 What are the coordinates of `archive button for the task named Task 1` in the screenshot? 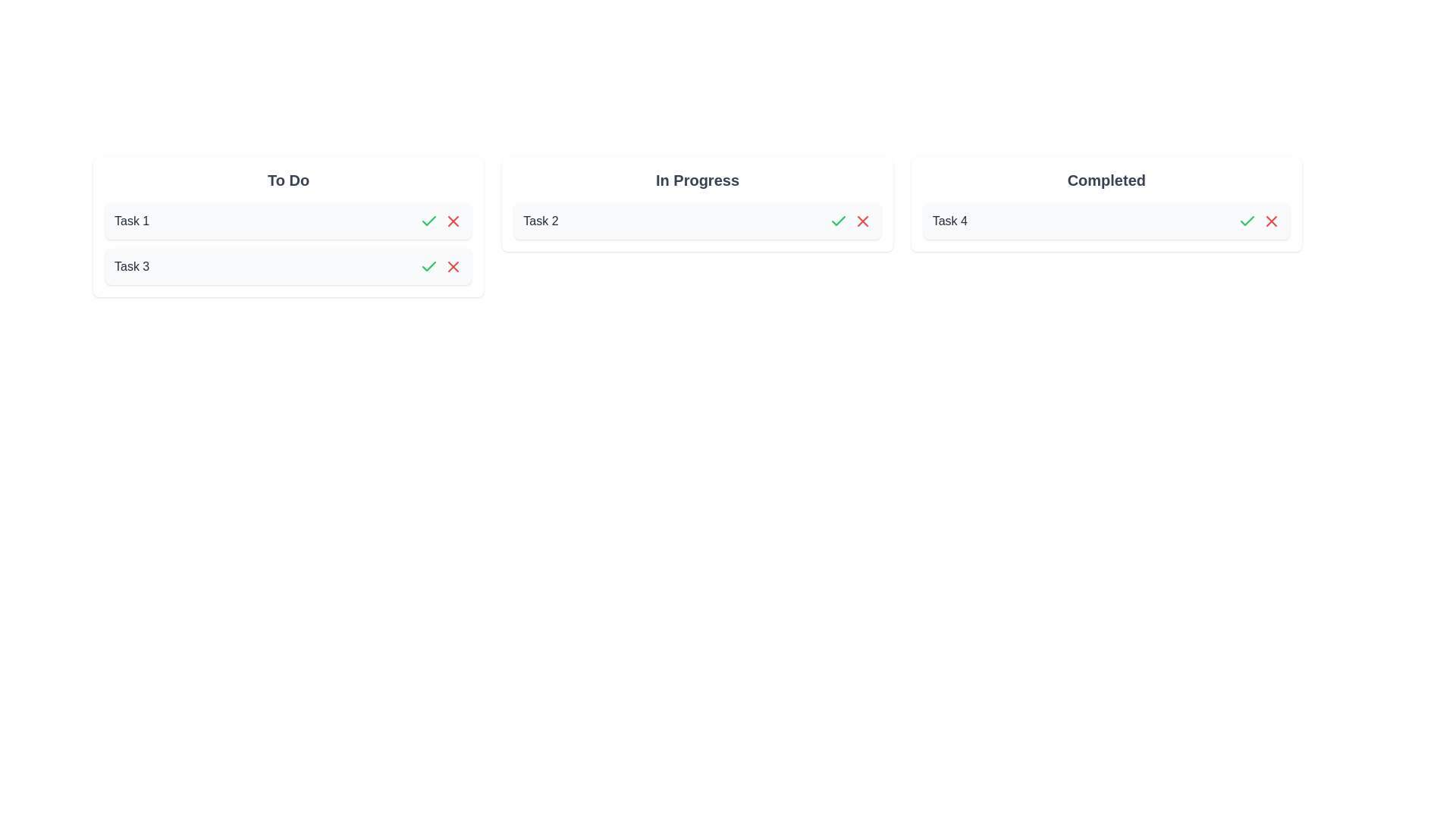 It's located at (453, 221).